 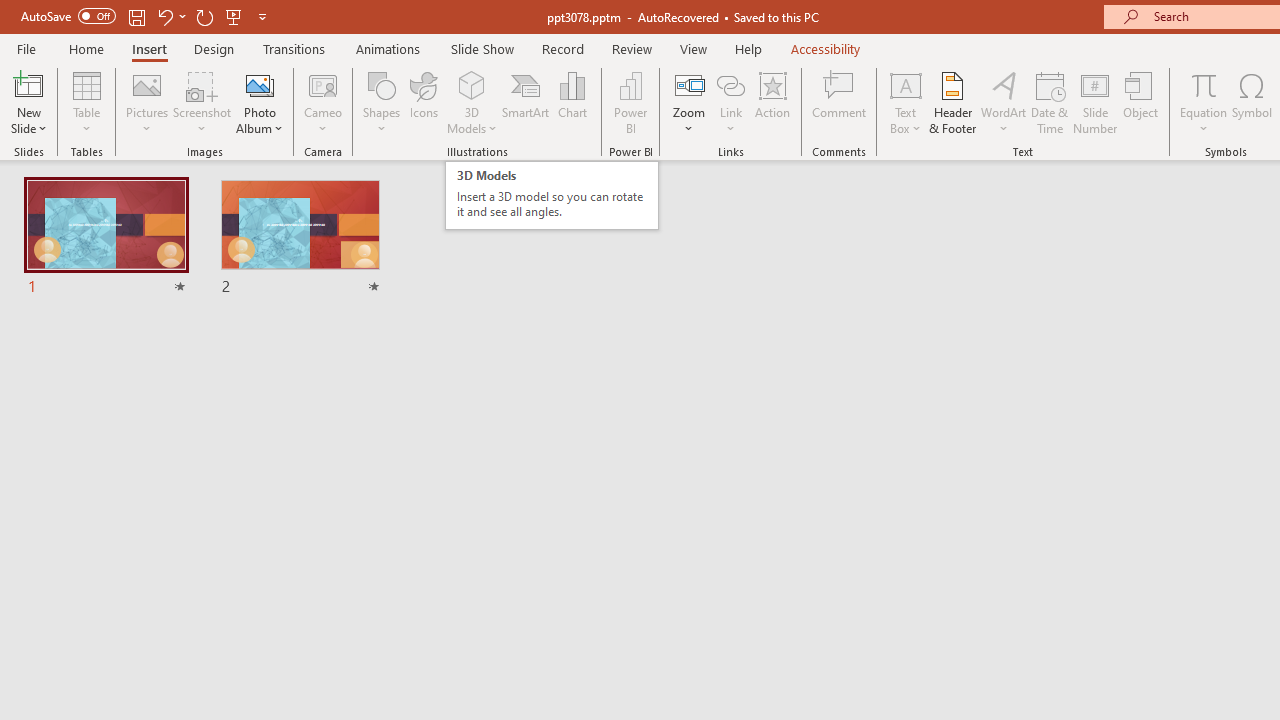 What do you see at coordinates (258, 103) in the screenshot?
I see `'Photo Album...'` at bounding box center [258, 103].